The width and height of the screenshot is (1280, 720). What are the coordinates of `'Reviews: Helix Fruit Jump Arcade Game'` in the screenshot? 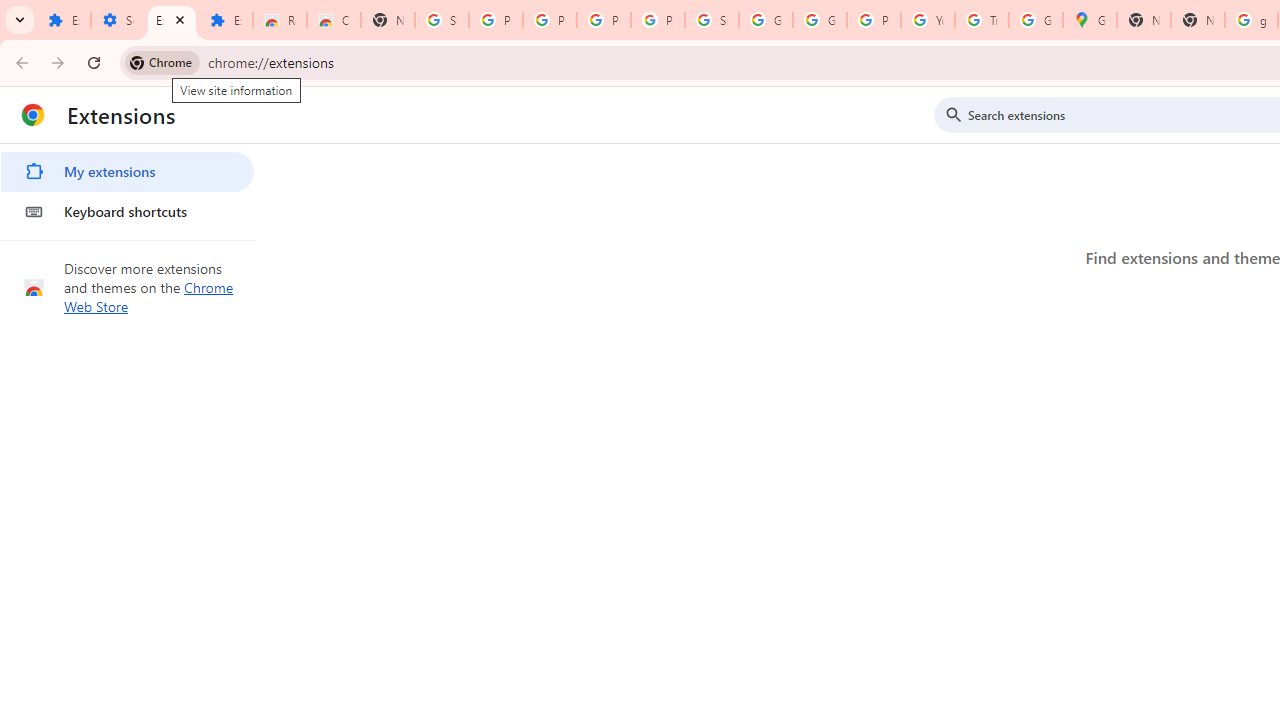 It's located at (279, 20).